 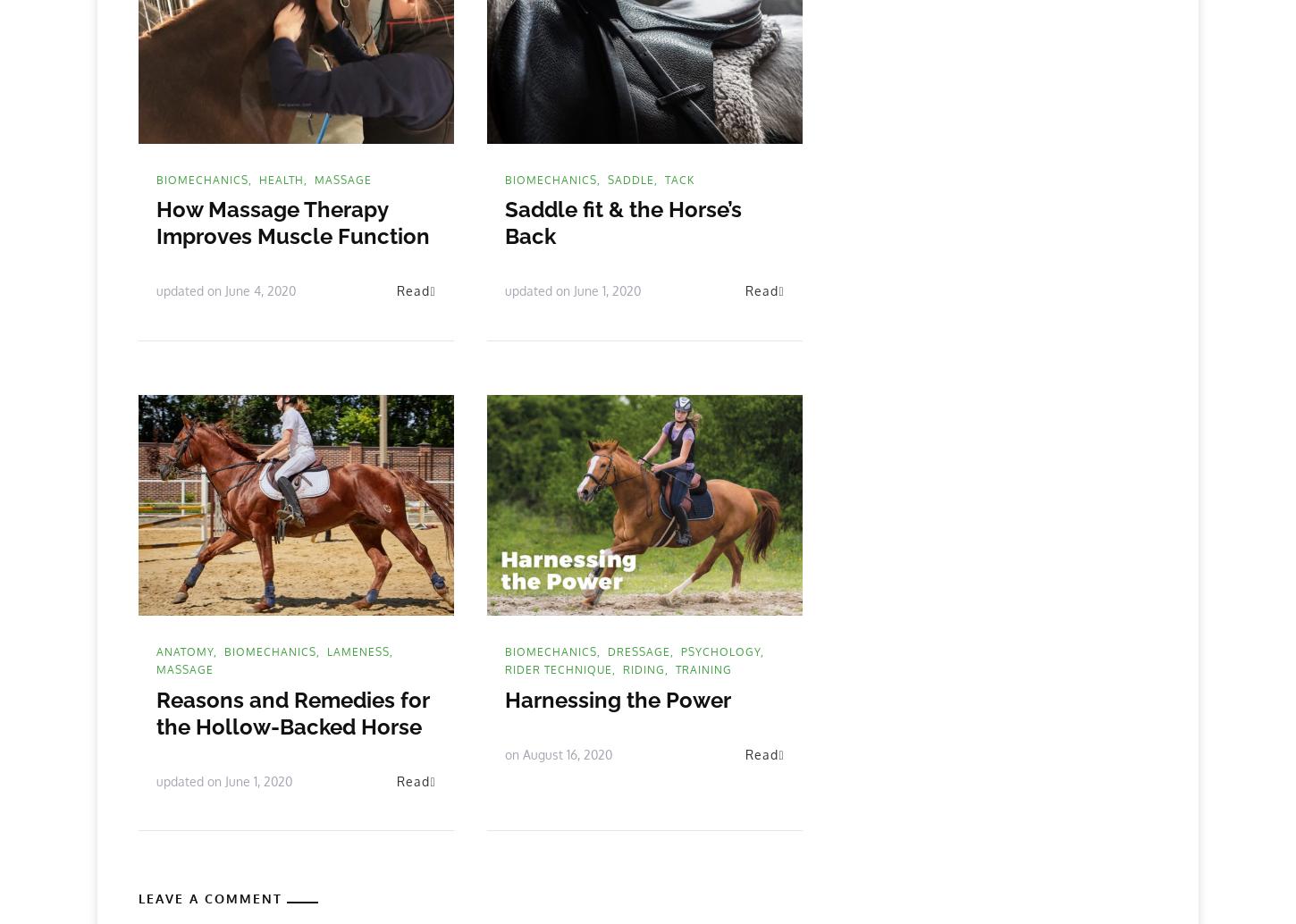 What do you see at coordinates (643, 669) in the screenshot?
I see `'riding'` at bounding box center [643, 669].